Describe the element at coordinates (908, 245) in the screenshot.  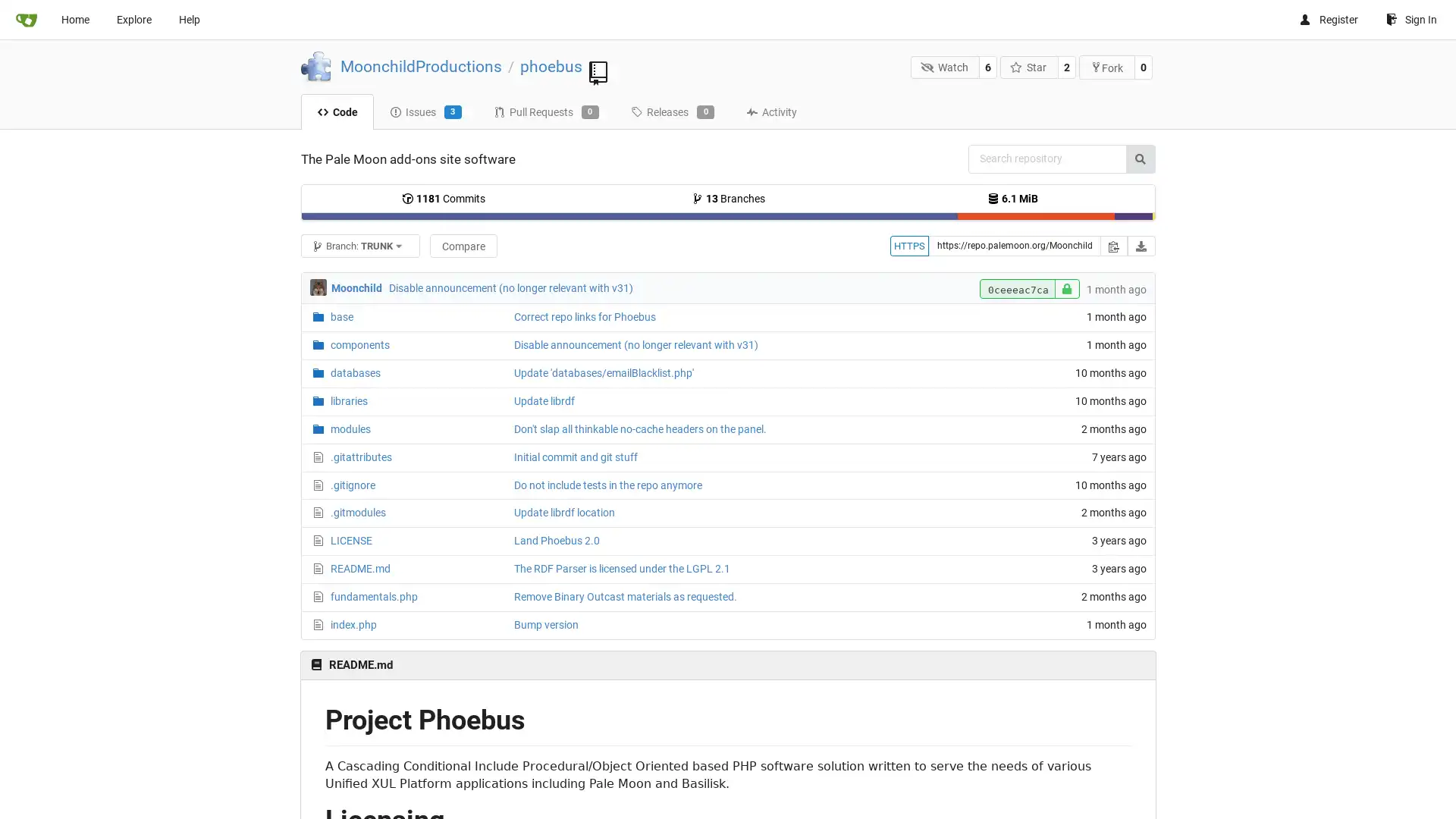
I see `HTTPS` at that location.